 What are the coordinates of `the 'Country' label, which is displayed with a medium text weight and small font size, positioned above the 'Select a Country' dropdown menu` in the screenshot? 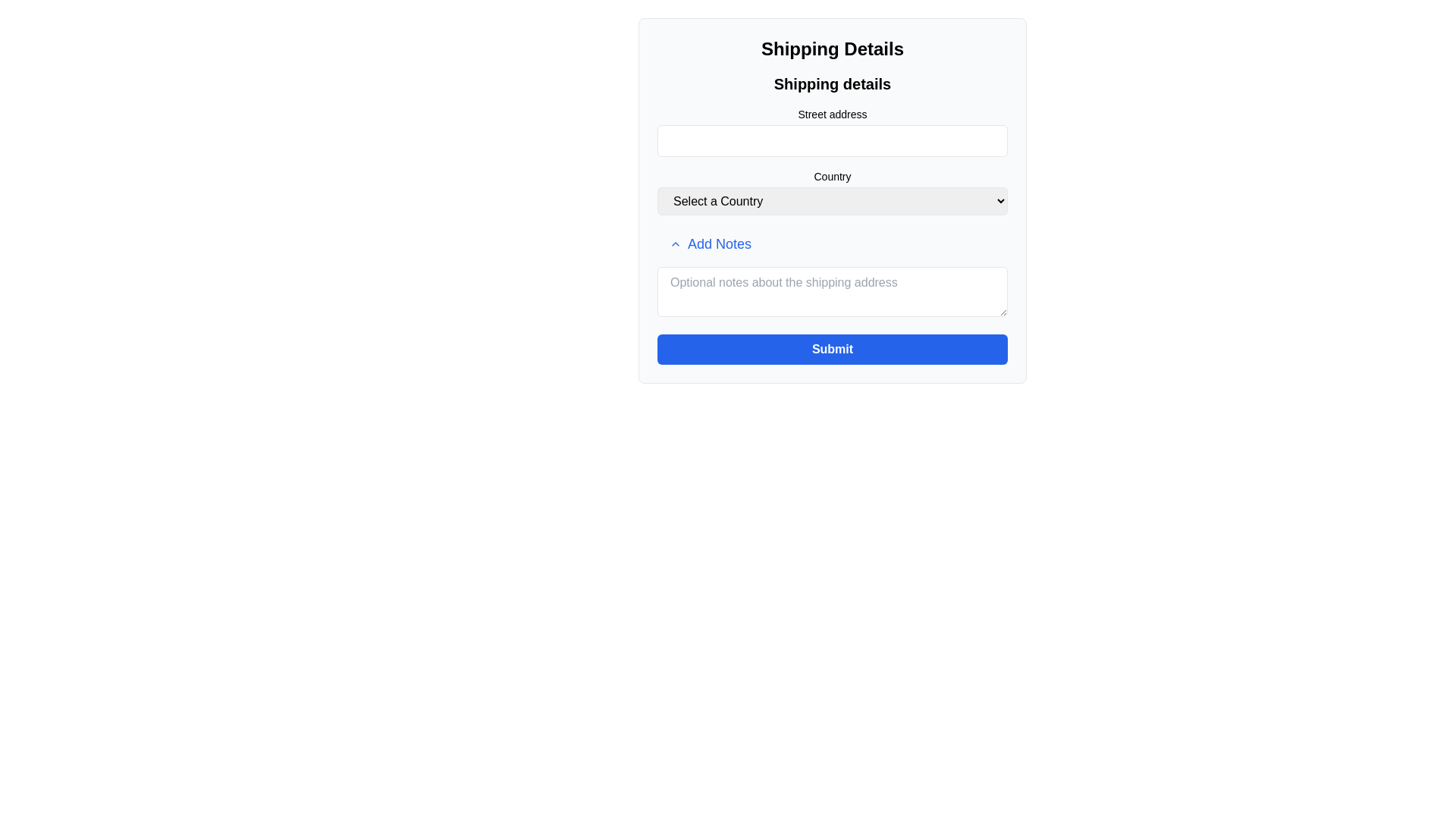 It's located at (832, 175).